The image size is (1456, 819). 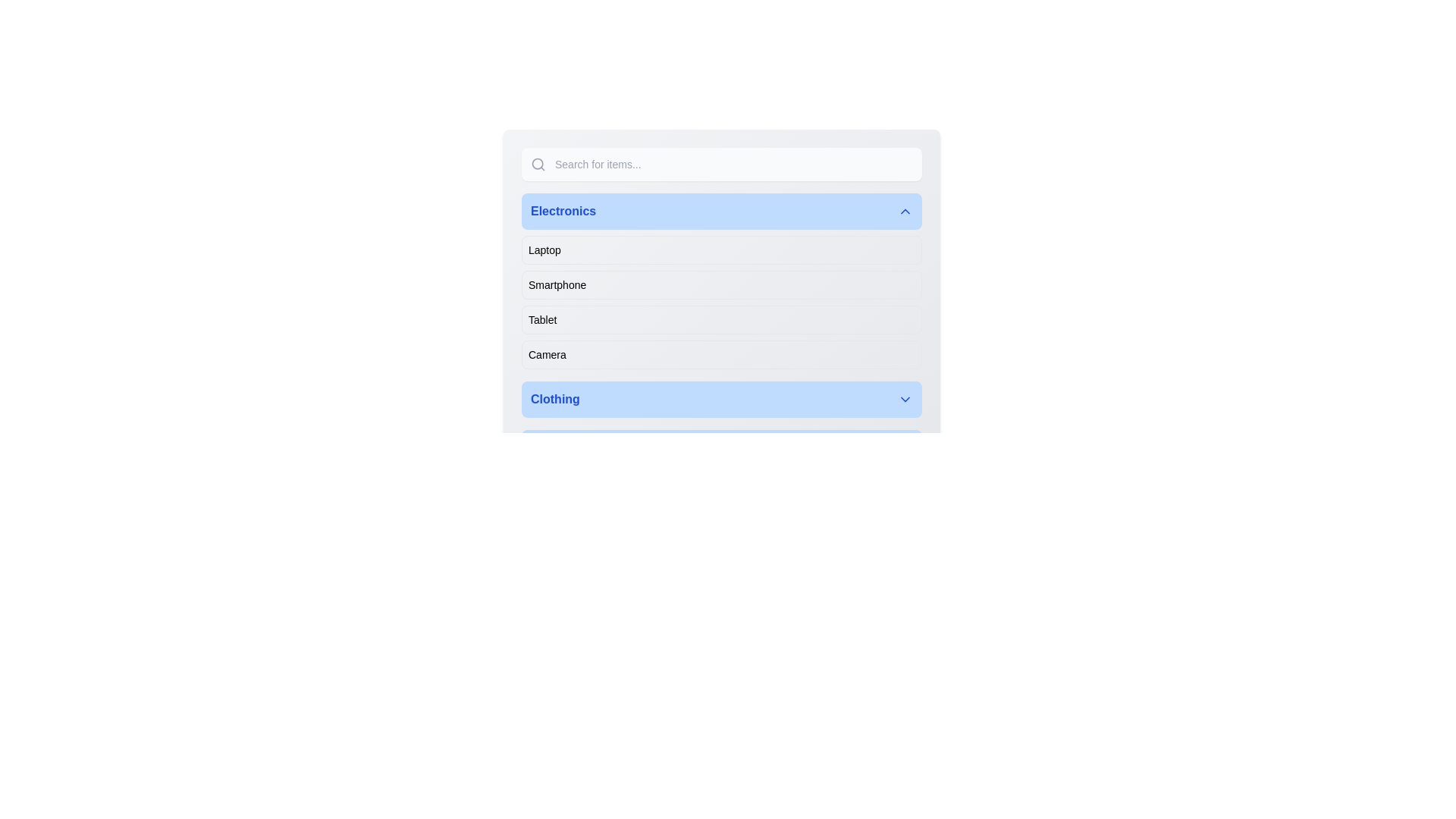 What do you see at coordinates (734, 164) in the screenshot?
I see `the text input field that allows users to enter search queries, enabling input methods` at bounding box center [734, 164].